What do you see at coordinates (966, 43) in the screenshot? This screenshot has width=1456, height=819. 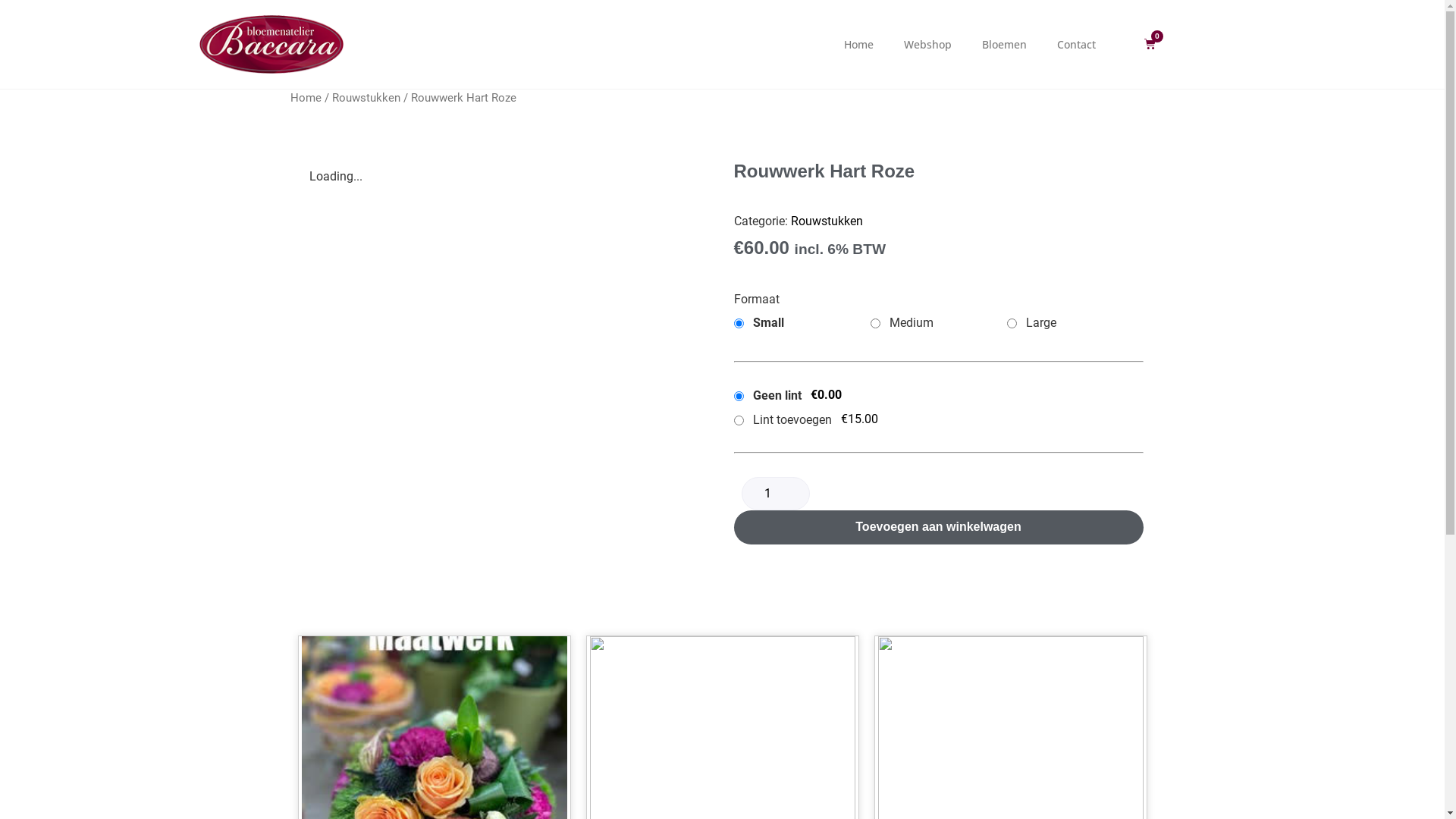 I see `'Bloemen'` at bounding box center [966, 43].